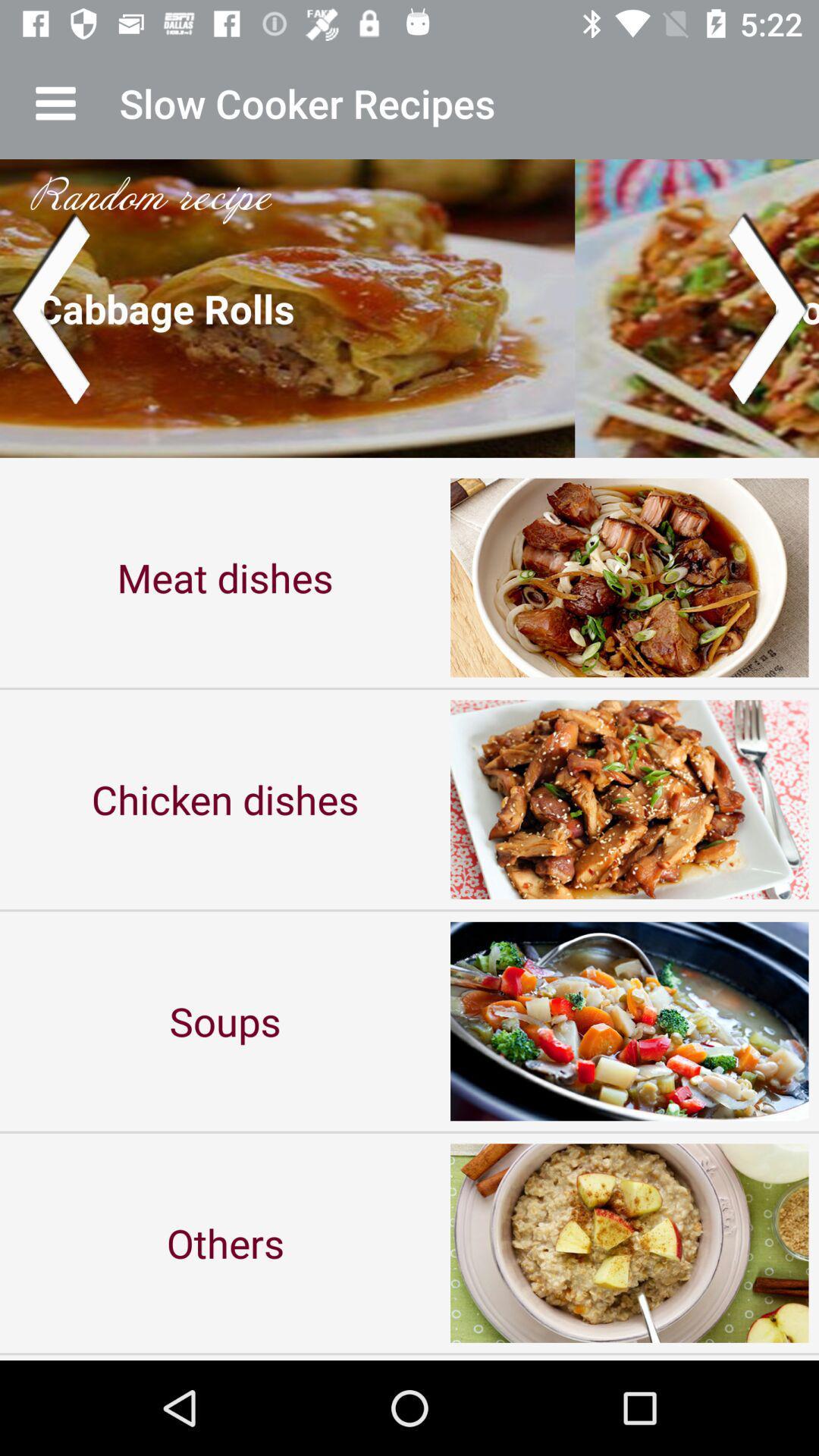 The width and height of the screenshot is (819, 1456). What do you see at coordinates (49, 307) in the screenshot?
I see `previous picture` at bounding box center [49, 307].